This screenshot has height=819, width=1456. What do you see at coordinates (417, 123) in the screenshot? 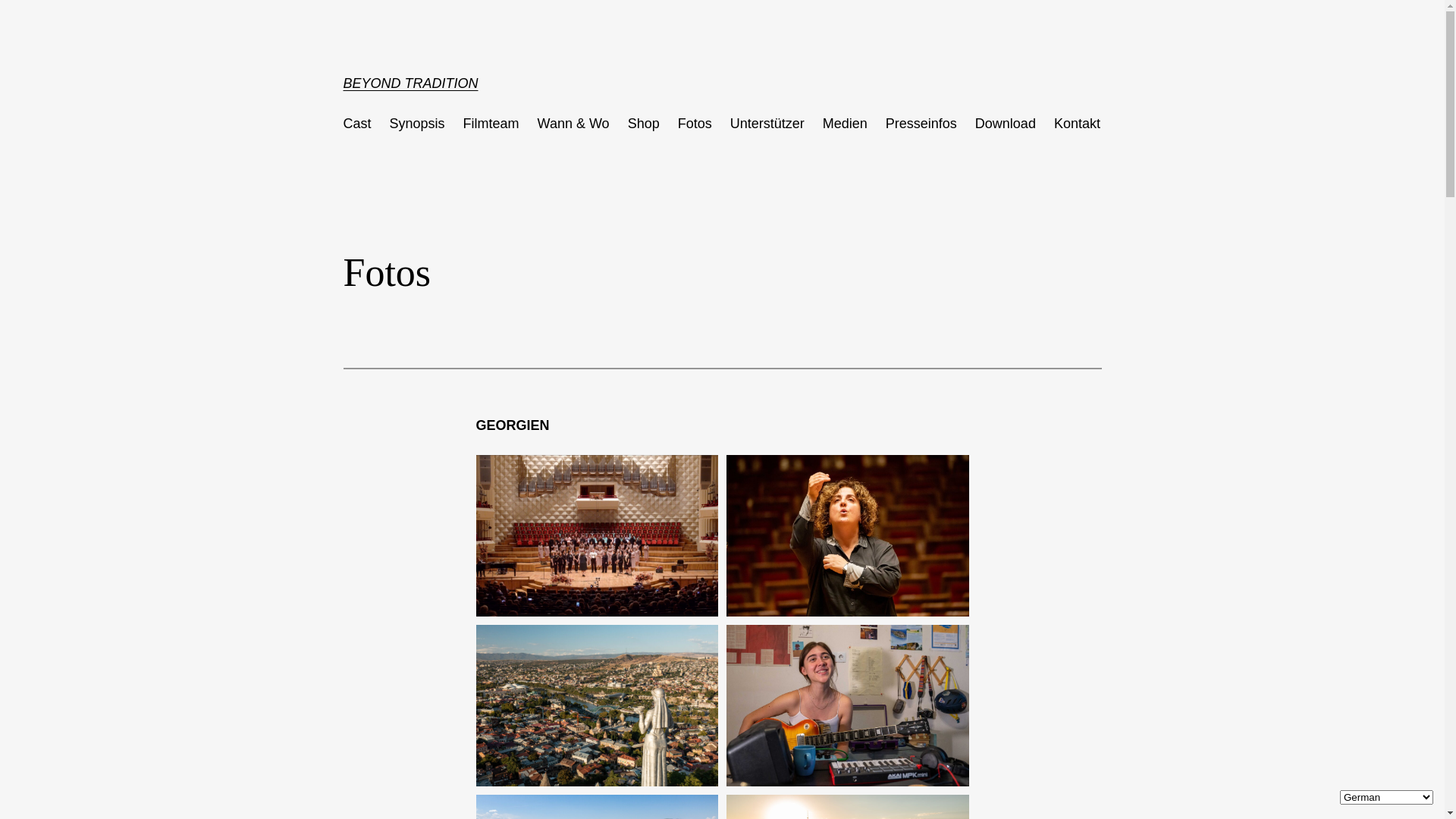
I see `'Synopsis'` at bounding box center [417, 123].